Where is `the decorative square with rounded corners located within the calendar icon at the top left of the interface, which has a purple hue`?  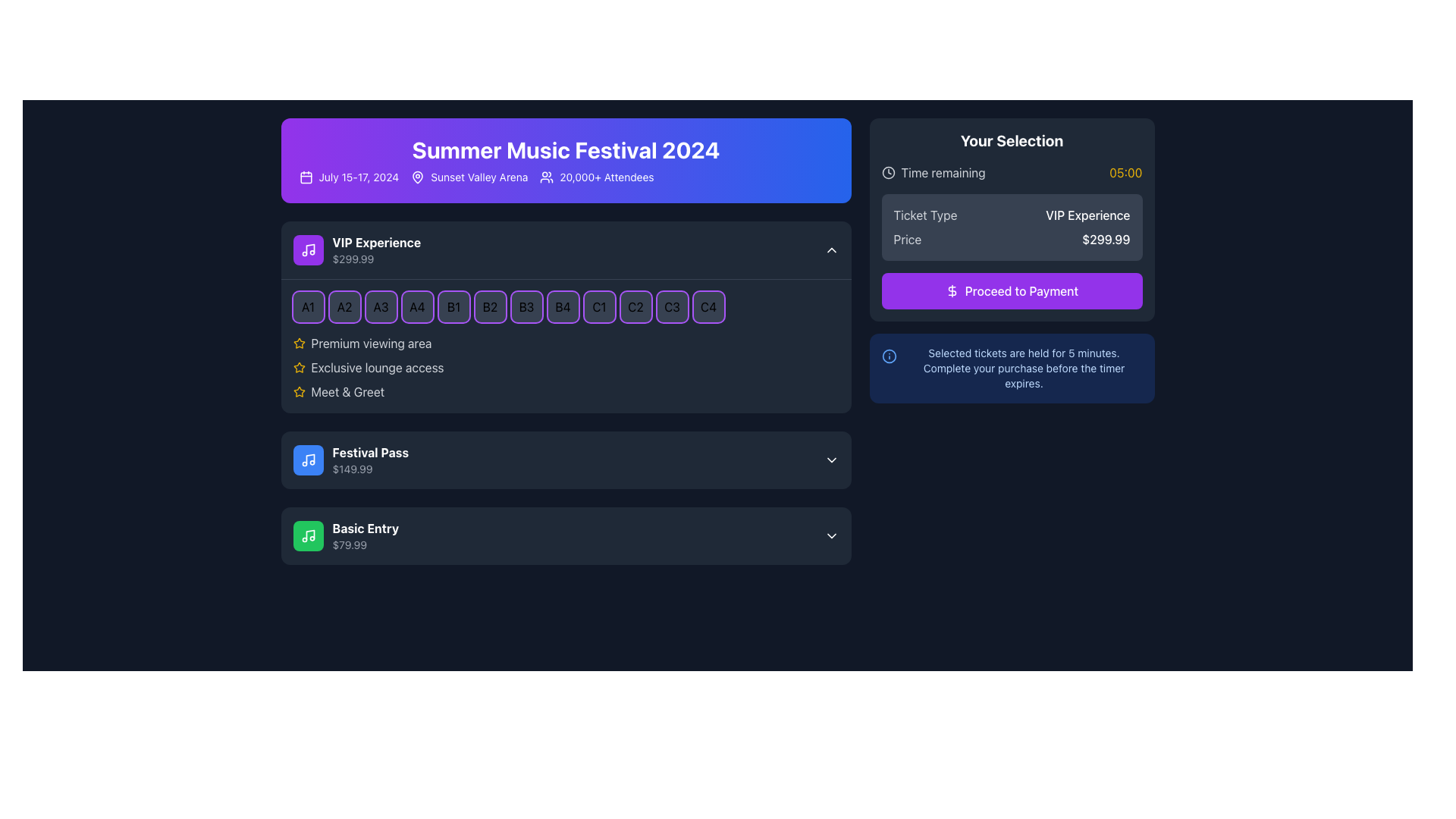
the decorative square with rounded corners located within the calendar icon at the top left of the interface, which has a purple hue is located at coordinates (305, 177).